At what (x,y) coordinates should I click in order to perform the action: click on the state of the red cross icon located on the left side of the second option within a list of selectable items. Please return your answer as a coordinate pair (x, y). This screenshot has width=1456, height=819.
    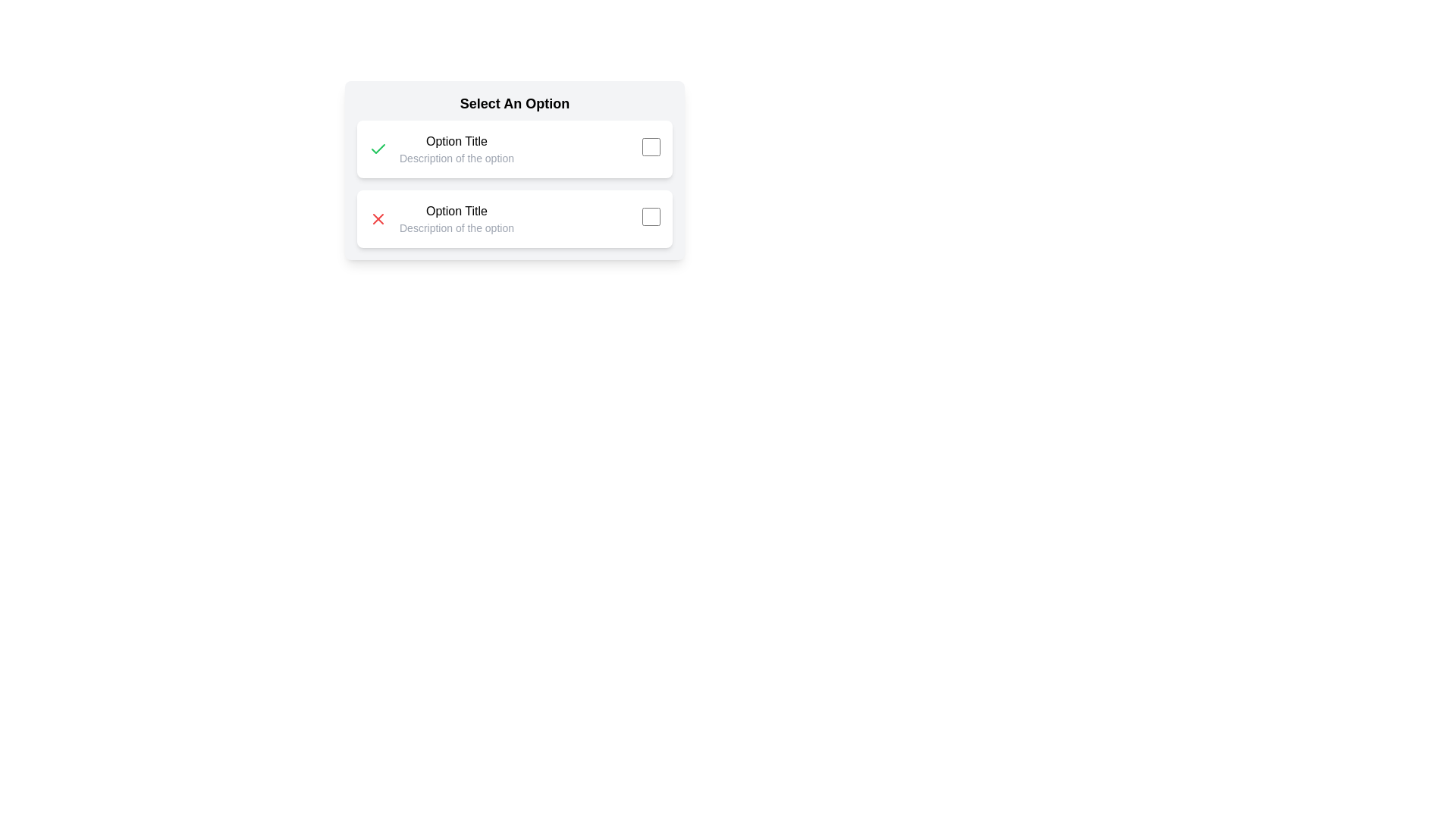
    Looking at the image, I should click on (378, 219).